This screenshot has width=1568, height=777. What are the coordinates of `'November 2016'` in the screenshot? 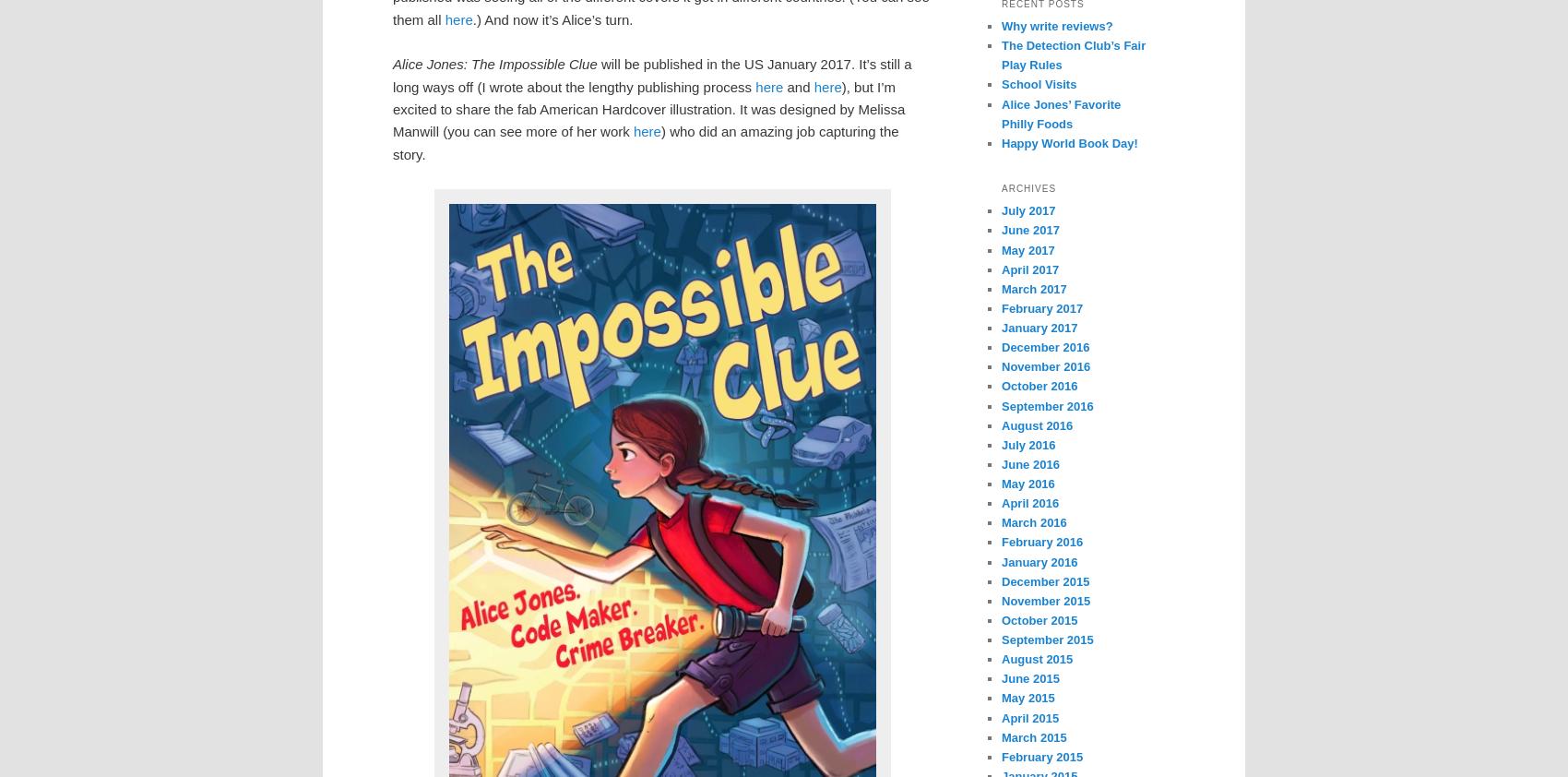 It's located at (1046, 366).